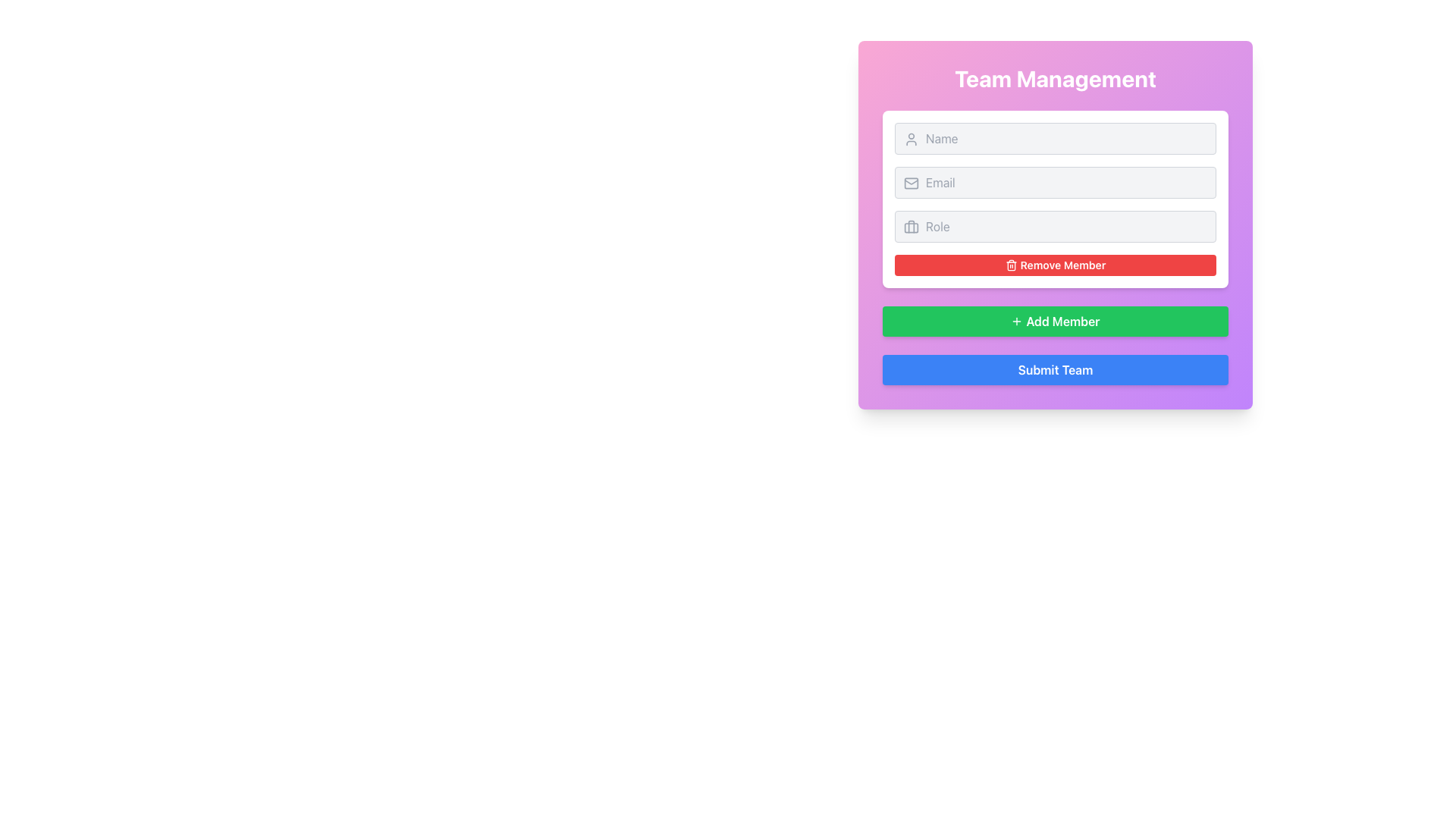 This screenshot has width=1456, height=819. What do you see at coordinates (1062, 321) in the screenshot?
I see `the text label inside the green button that indicates the action to add a new member to the list` at bounding box center [1062, 321].